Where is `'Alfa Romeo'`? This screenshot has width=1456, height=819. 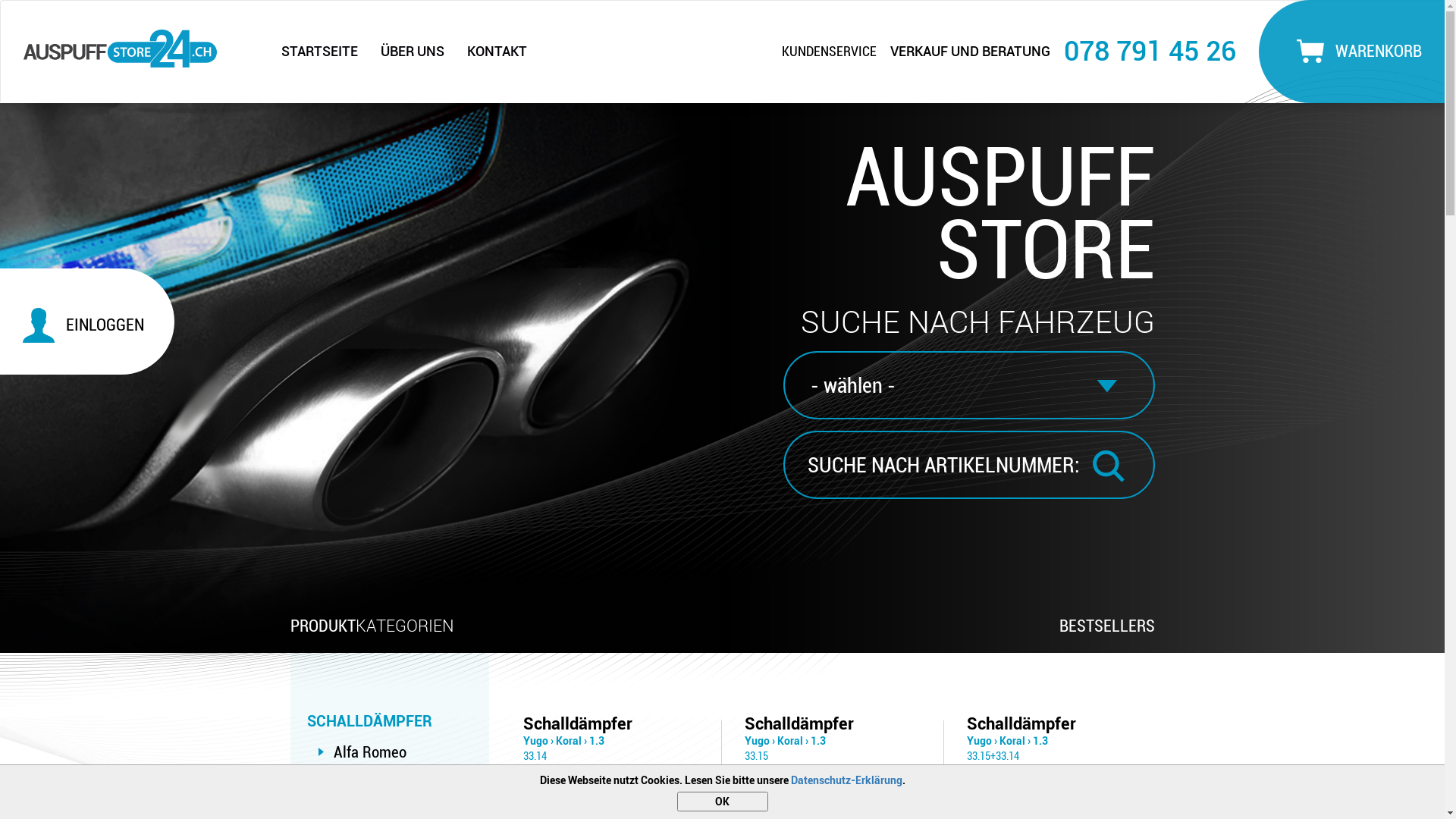 'Alfa Romeo' is located at coordinates (370, 752).